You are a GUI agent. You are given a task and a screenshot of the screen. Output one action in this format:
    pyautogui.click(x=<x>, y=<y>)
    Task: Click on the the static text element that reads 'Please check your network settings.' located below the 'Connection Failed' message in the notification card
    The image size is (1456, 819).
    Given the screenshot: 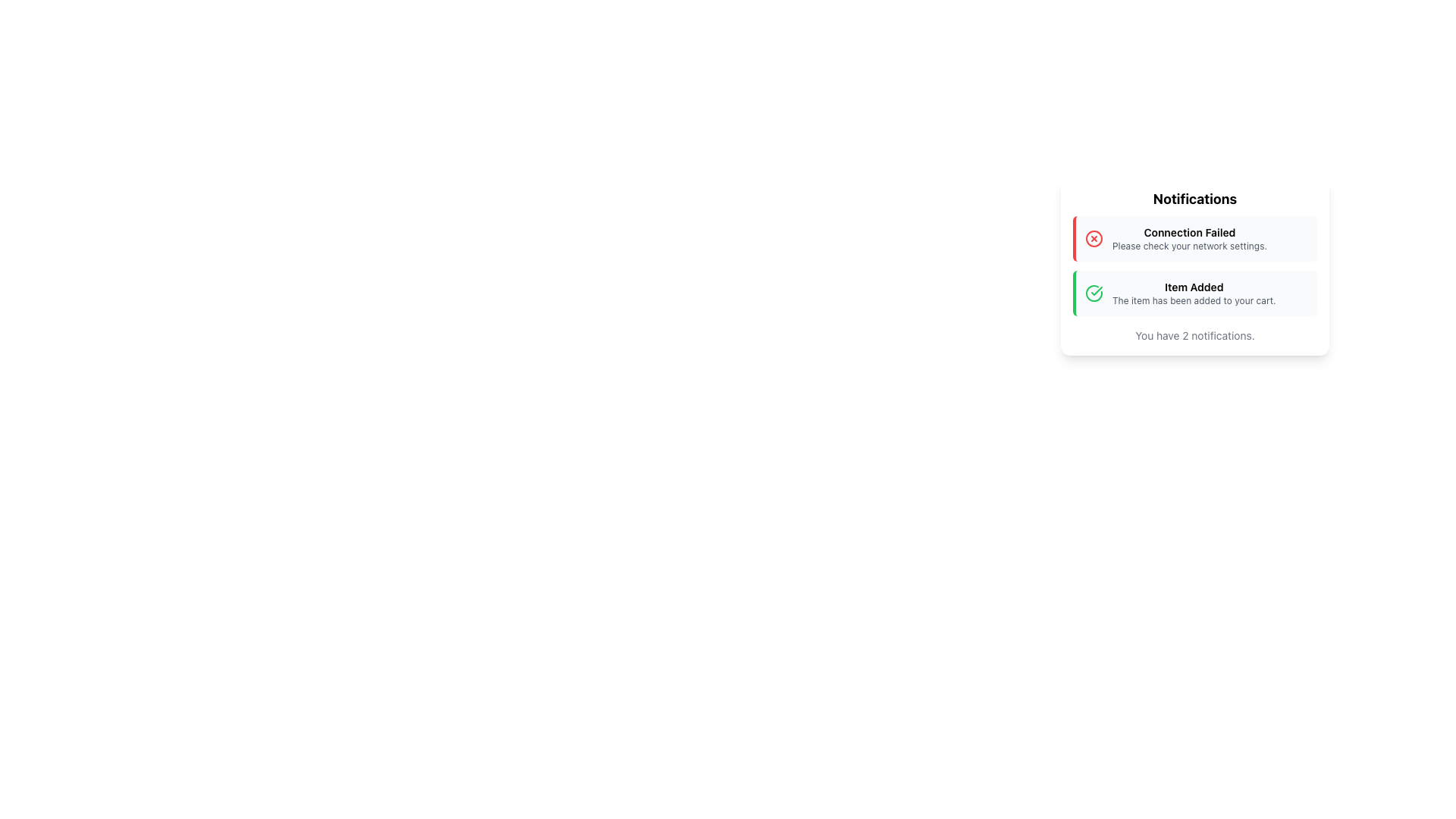 What is the action you would take?
    pyautogui.click(x=1189, y=245)
    